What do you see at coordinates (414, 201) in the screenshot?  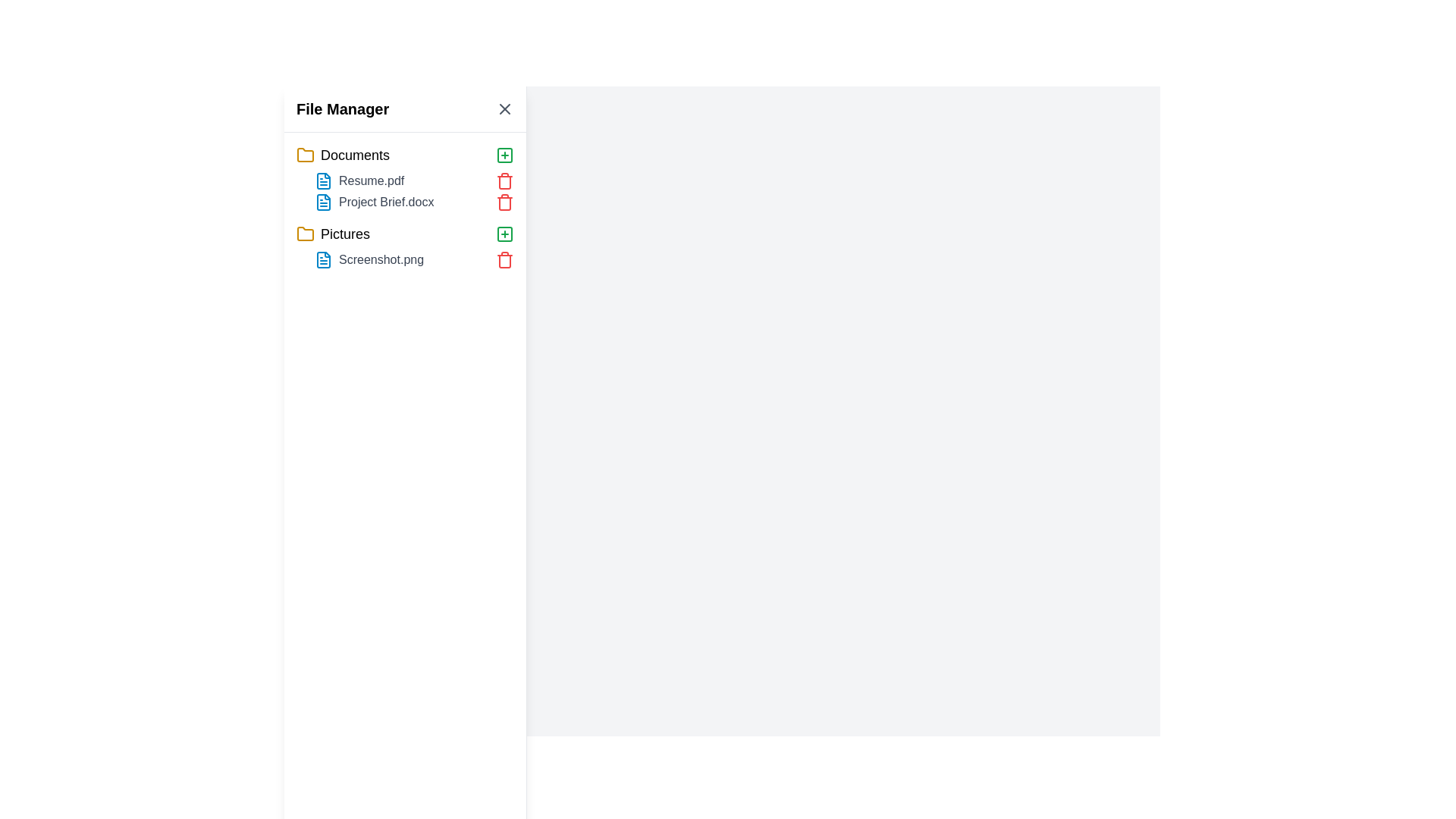 I see `the list item representing the document named 'Project Brief.docx'` at bounding box center [414, 201].